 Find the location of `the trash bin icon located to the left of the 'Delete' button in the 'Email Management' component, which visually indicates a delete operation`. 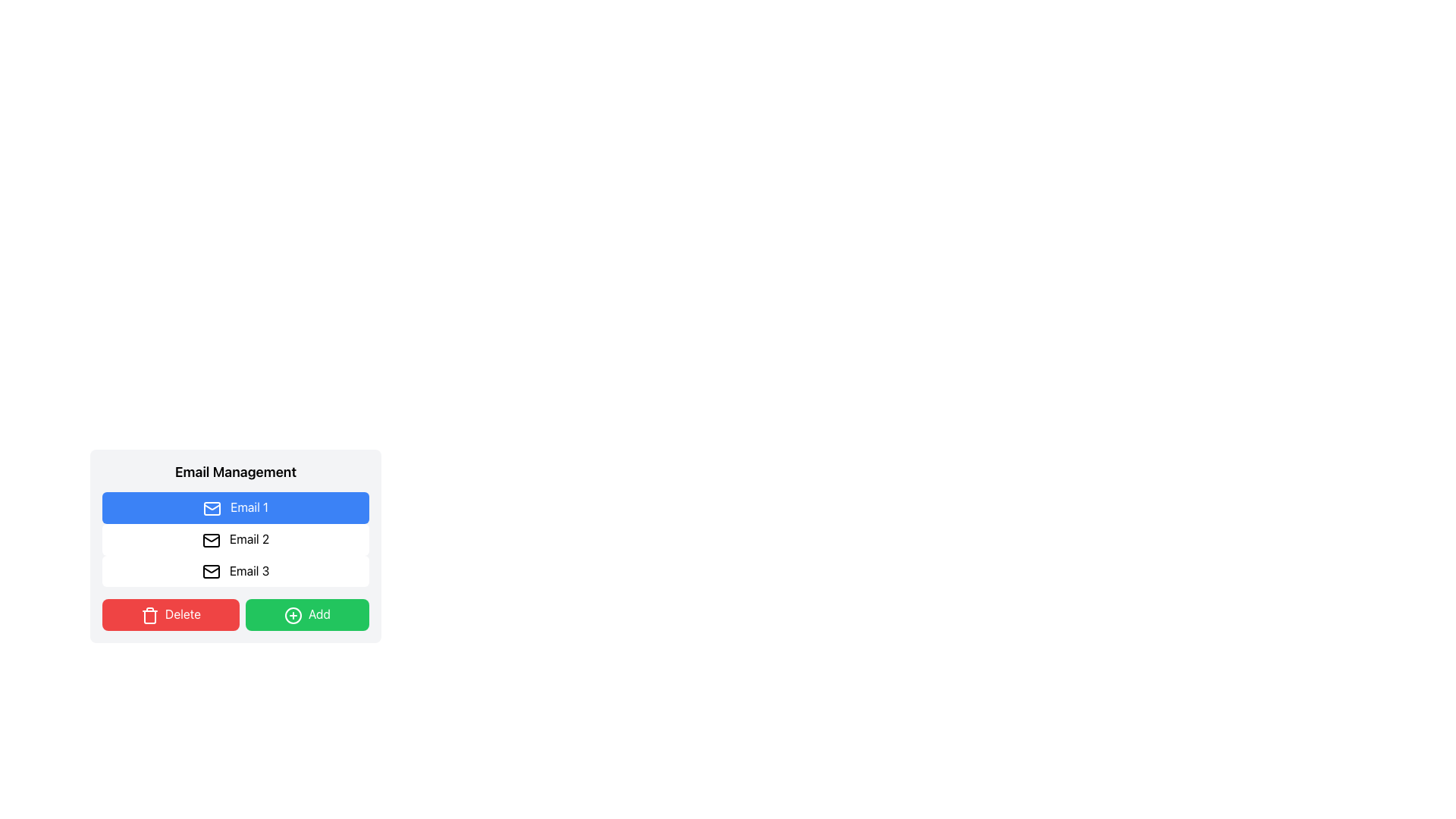

the trash bin icon located to the left of the 'Delete' button in the 'Email Management' component, which visually indicates a delete operation is located at coordinates (149, 616).